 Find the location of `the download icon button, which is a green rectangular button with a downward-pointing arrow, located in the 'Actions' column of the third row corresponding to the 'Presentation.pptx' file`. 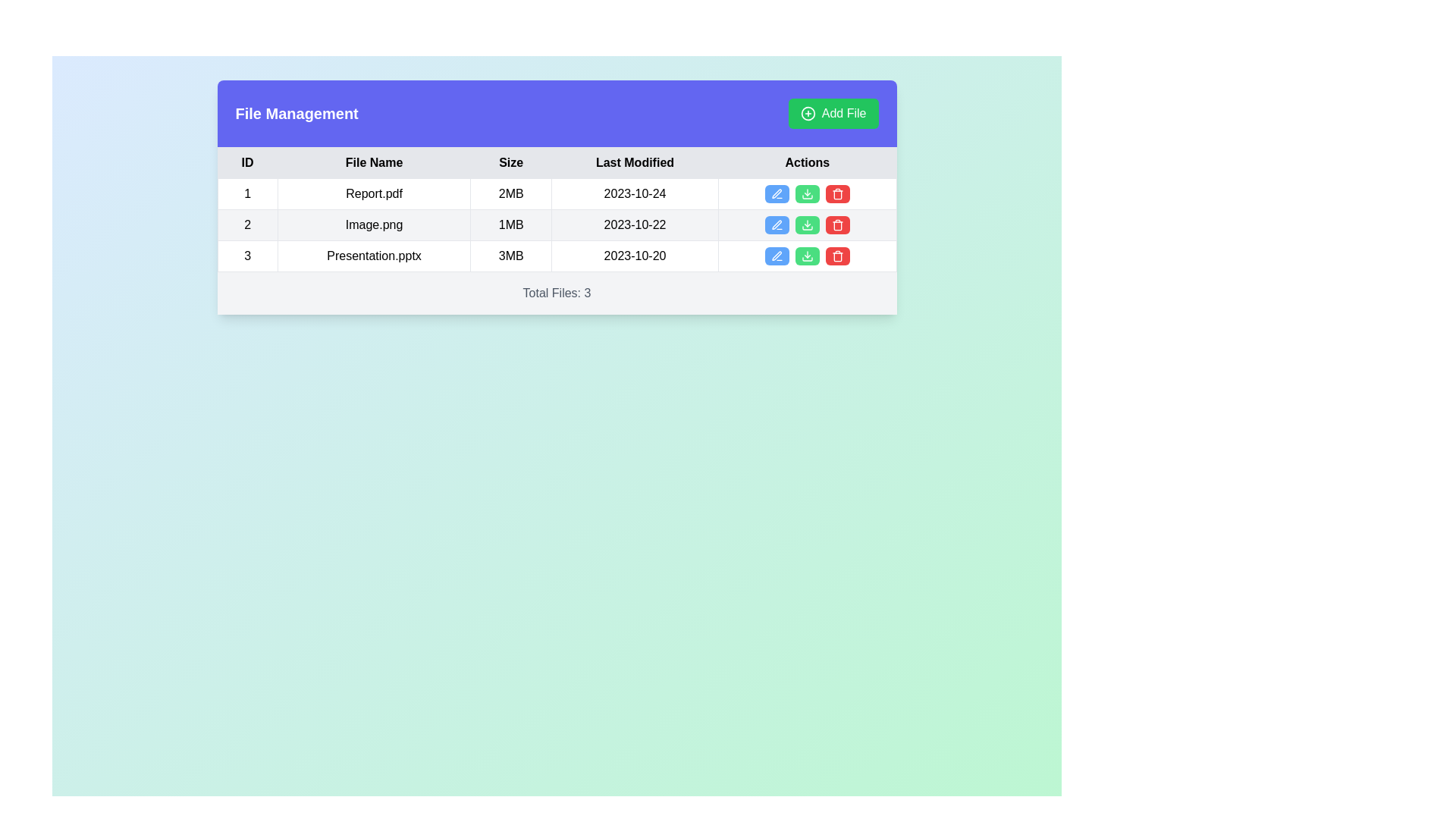

the download icon button, which is a green rectangular button with a downward-pointing arrow, located in the 'Actions' column of the third row corresponding to the 'Presentation.pptx' file is located at coordinates (806, 193).